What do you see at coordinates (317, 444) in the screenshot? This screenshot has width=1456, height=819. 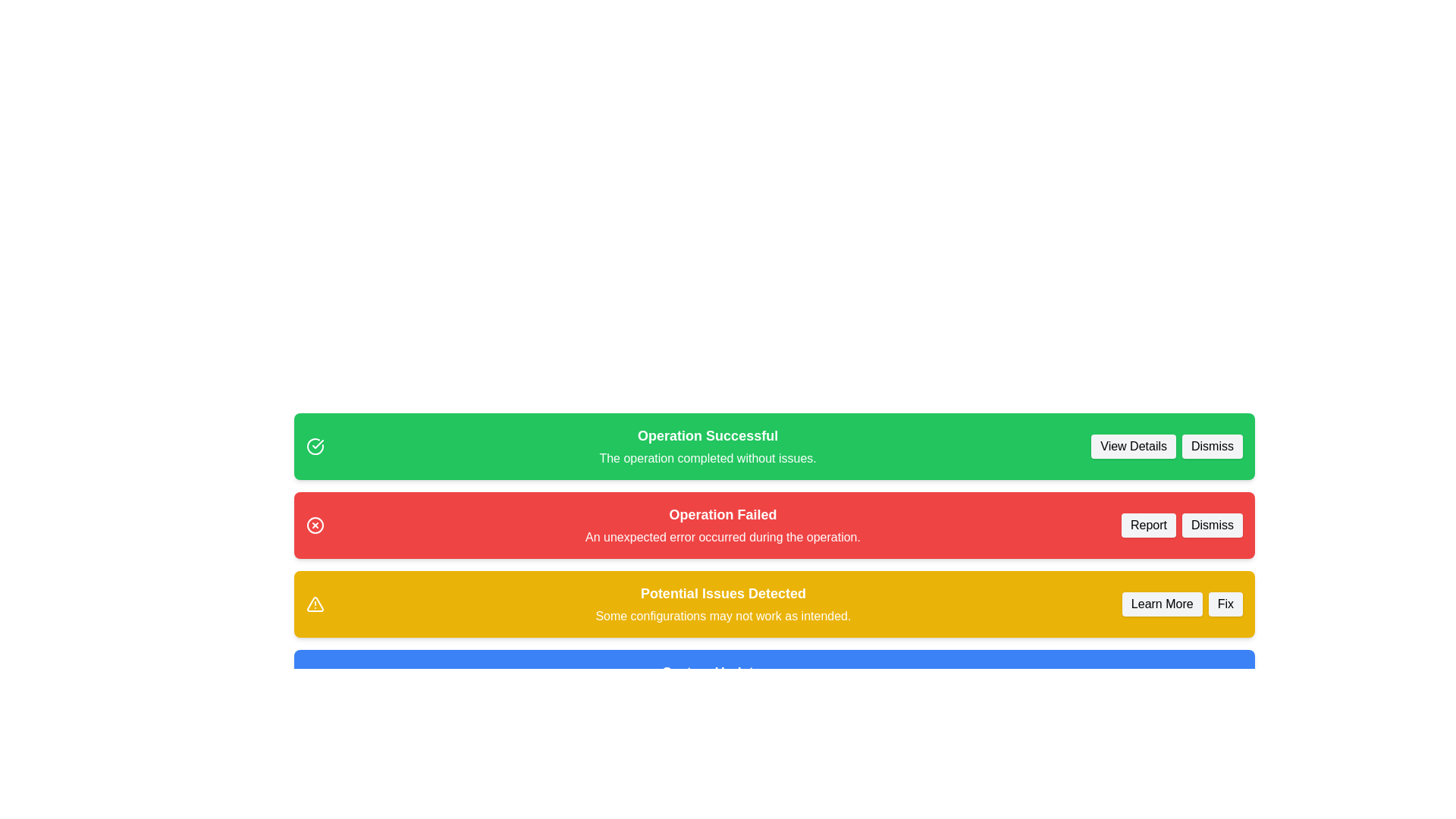 I see `the small checkmark icon located within the green success notification card, which is positioned near the top left of the card, to the left of the textual content, if it is interactive` at bounding box center [317, 444].